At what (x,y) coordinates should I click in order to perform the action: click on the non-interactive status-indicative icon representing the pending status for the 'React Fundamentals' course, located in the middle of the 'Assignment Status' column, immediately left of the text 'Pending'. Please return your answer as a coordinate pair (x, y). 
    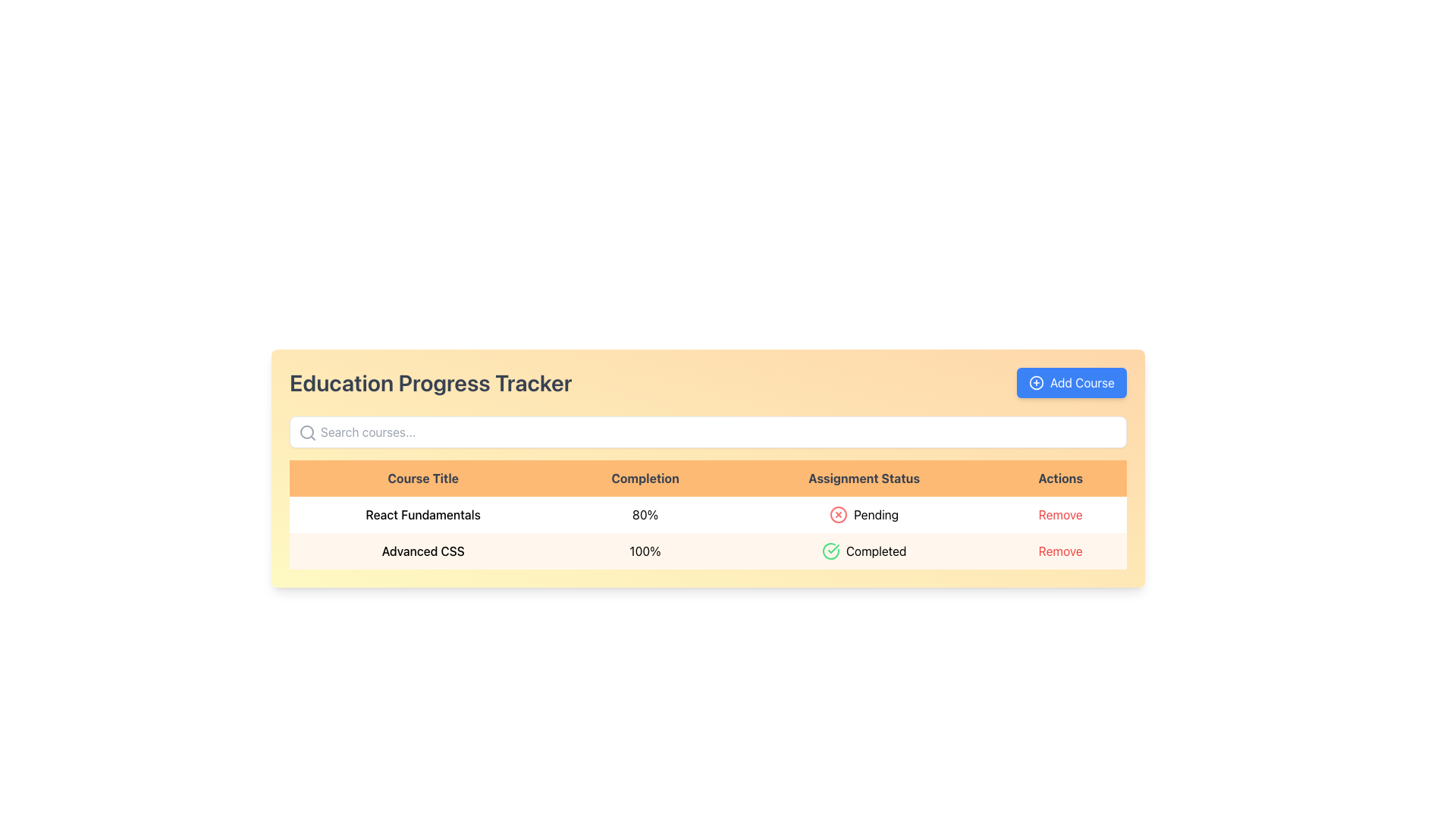
    Looking at the image, I should click on (838, 513).